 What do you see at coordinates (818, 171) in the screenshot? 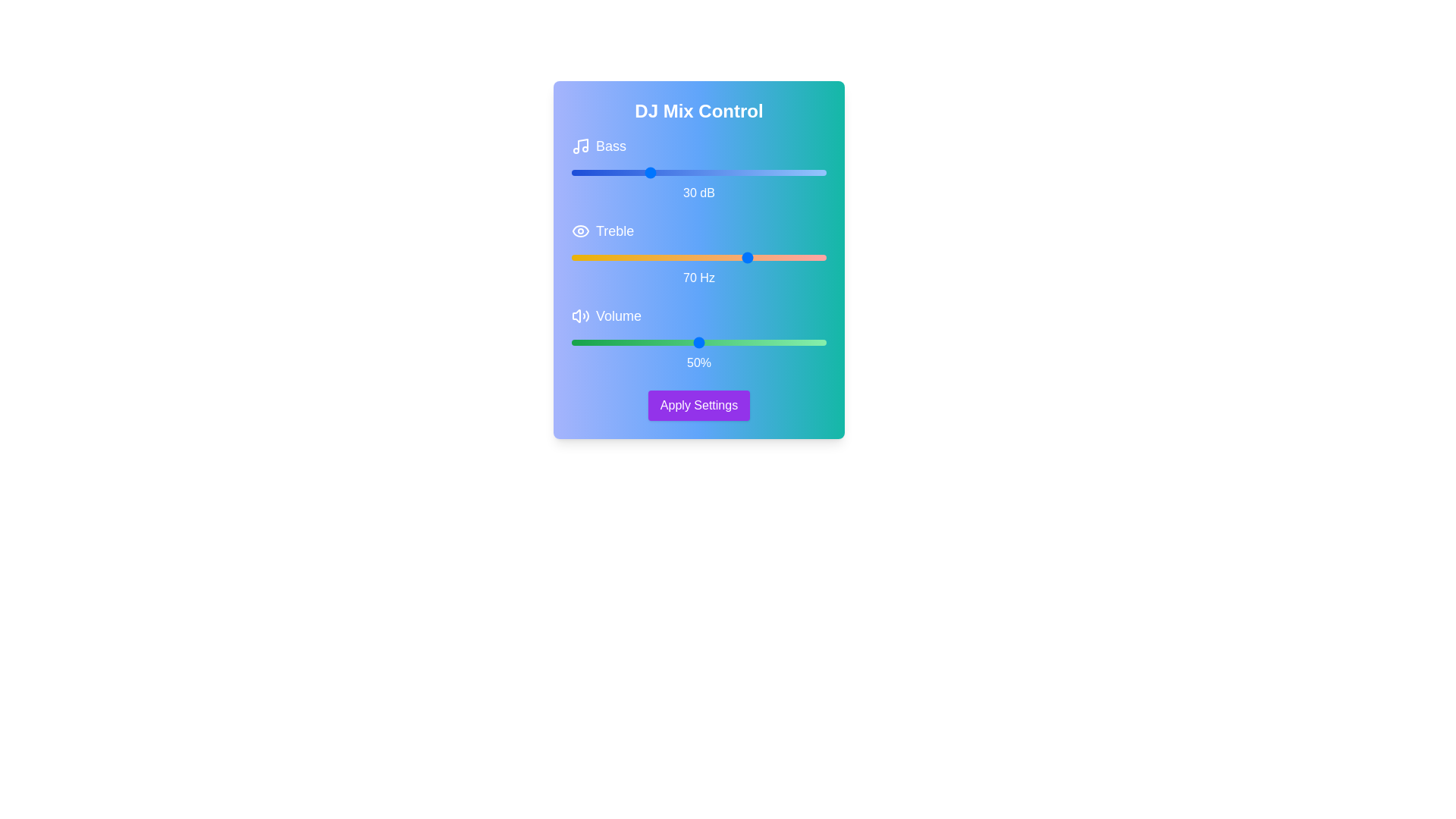
I see `the Bass slider to 97 dB` at bounding box center [818, 171].